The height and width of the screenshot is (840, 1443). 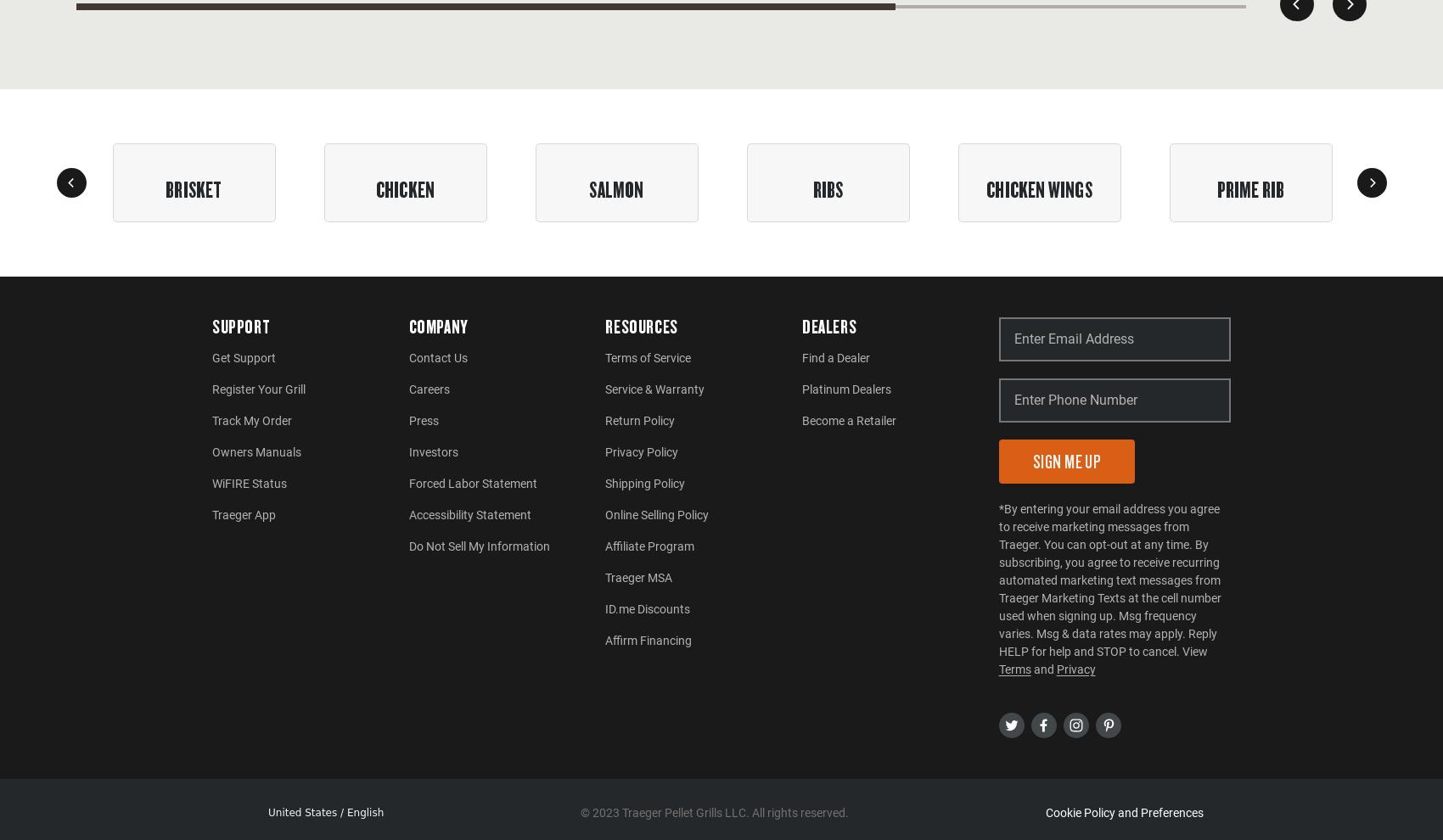 What do you see at coordinates (801, 326) in the screenshot?
I see `'Dealers'` at bounding box center [801, 326].